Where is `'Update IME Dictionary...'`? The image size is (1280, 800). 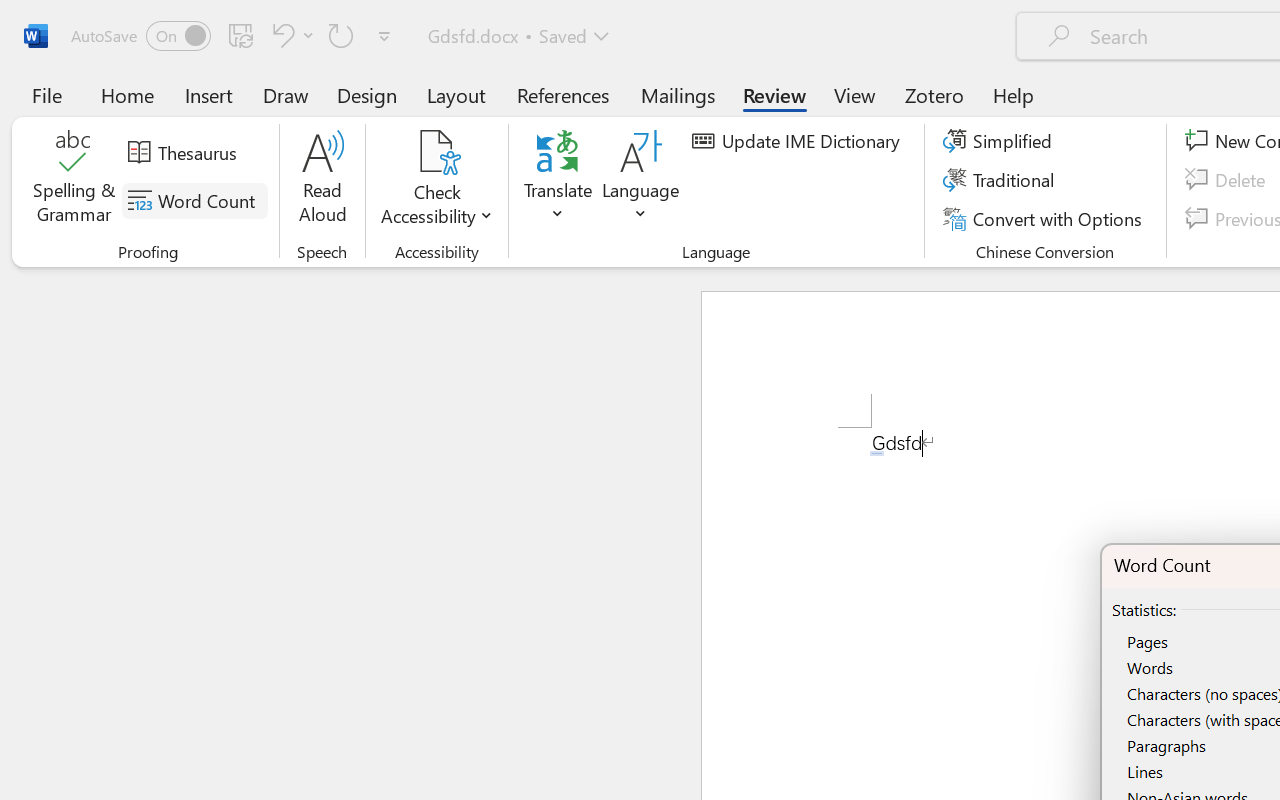 'Update IME Dictionary...' is located at coordinates (798, 141).